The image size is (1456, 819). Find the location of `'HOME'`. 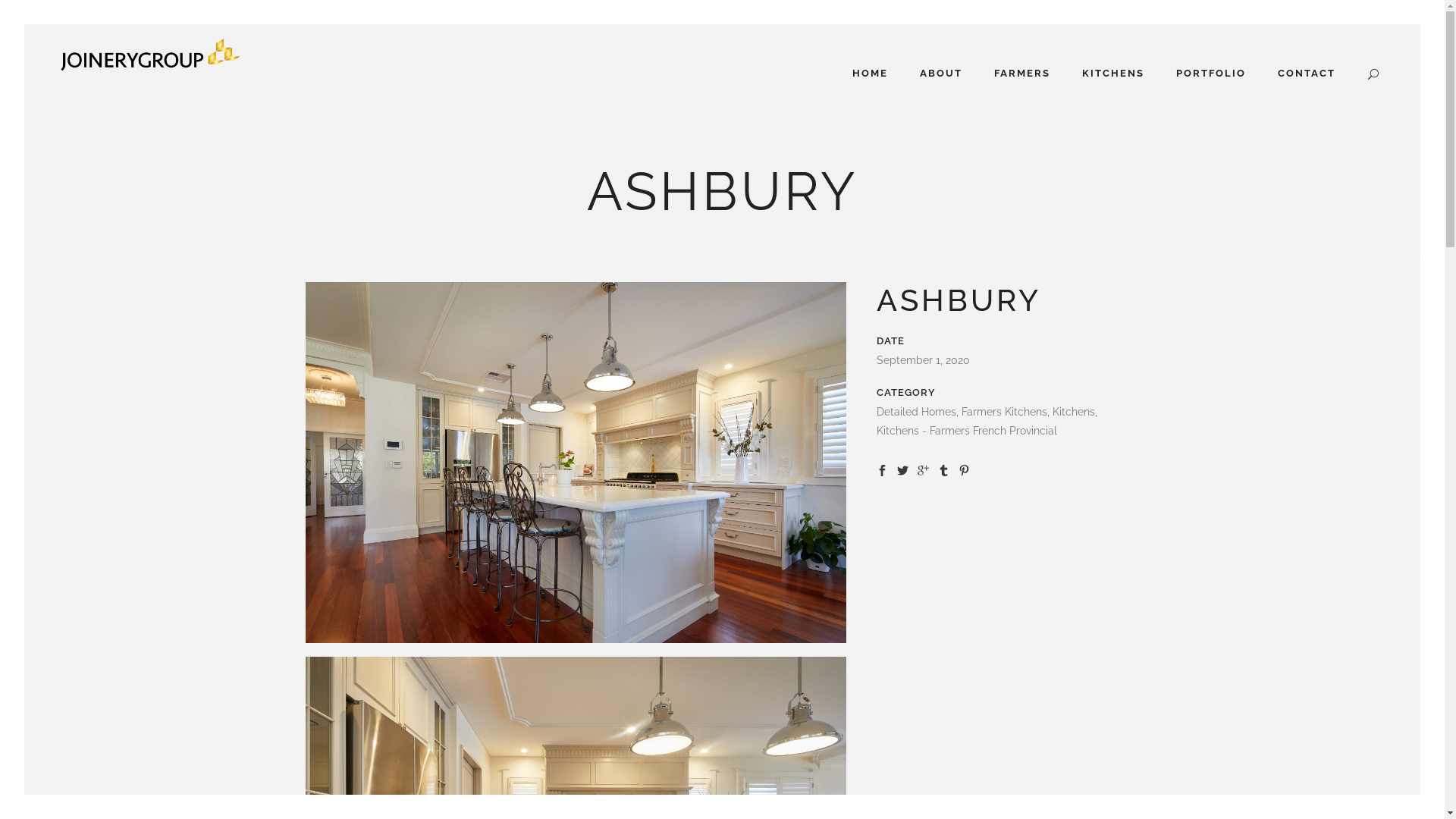

'HOME' is located at coordinates (836, 73).